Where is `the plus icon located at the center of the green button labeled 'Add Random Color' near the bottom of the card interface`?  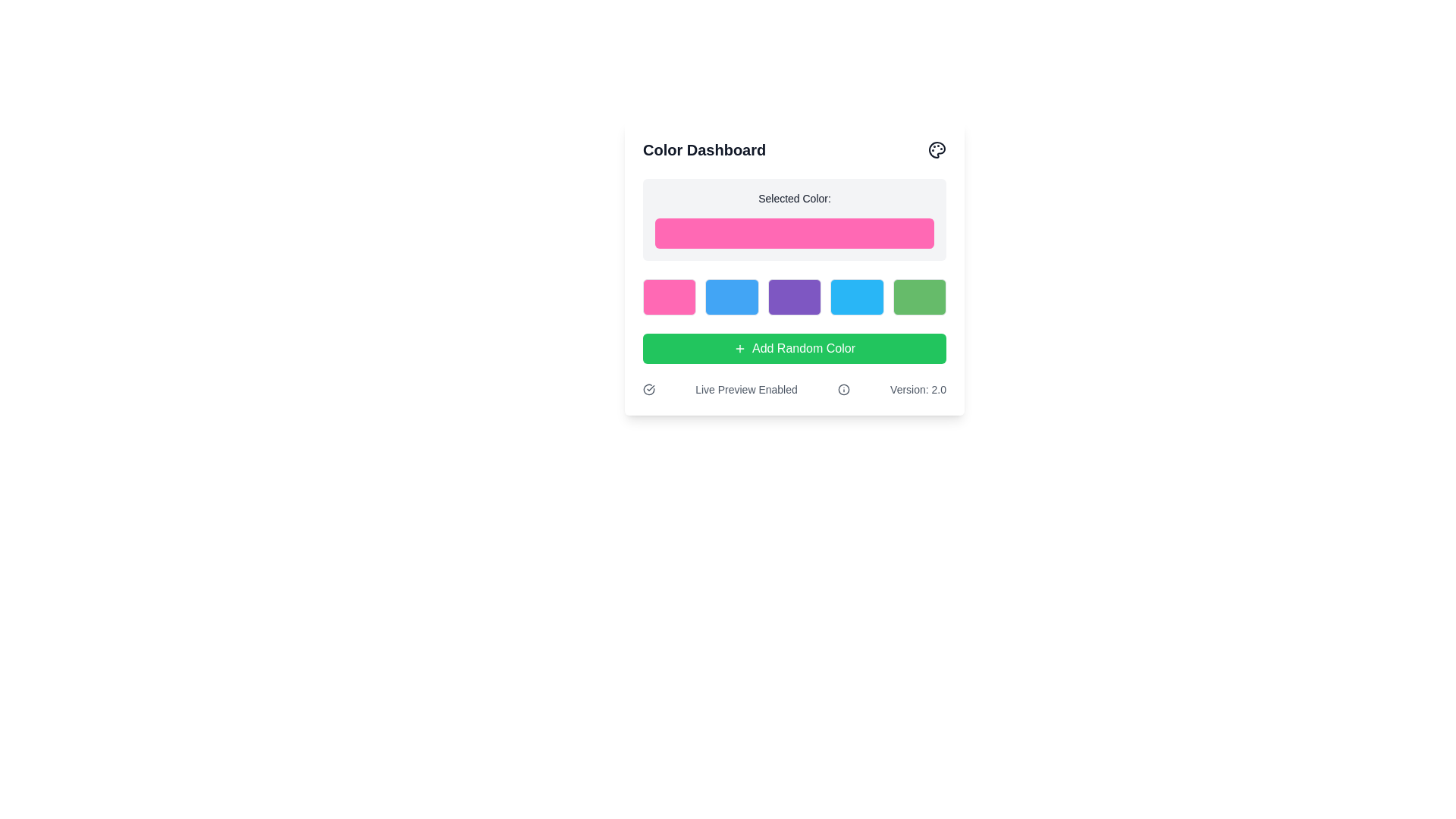
the plus icon located at the center of the green button labeled 'Add Random Color' near the bottom of the card interface is located at coordinates (739, 348).